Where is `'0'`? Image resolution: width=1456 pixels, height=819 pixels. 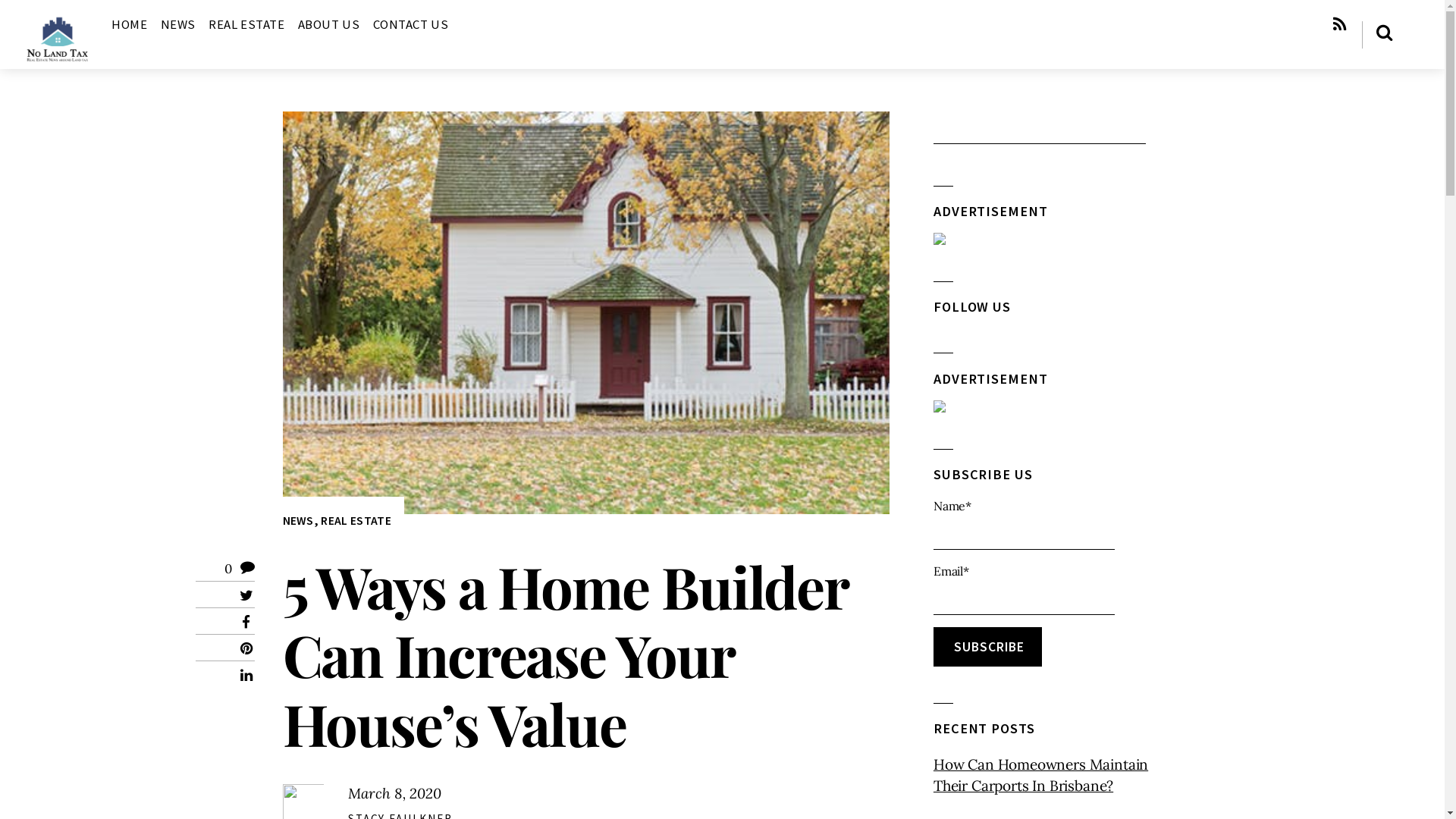 '0' is located at coordinates (227, 568).